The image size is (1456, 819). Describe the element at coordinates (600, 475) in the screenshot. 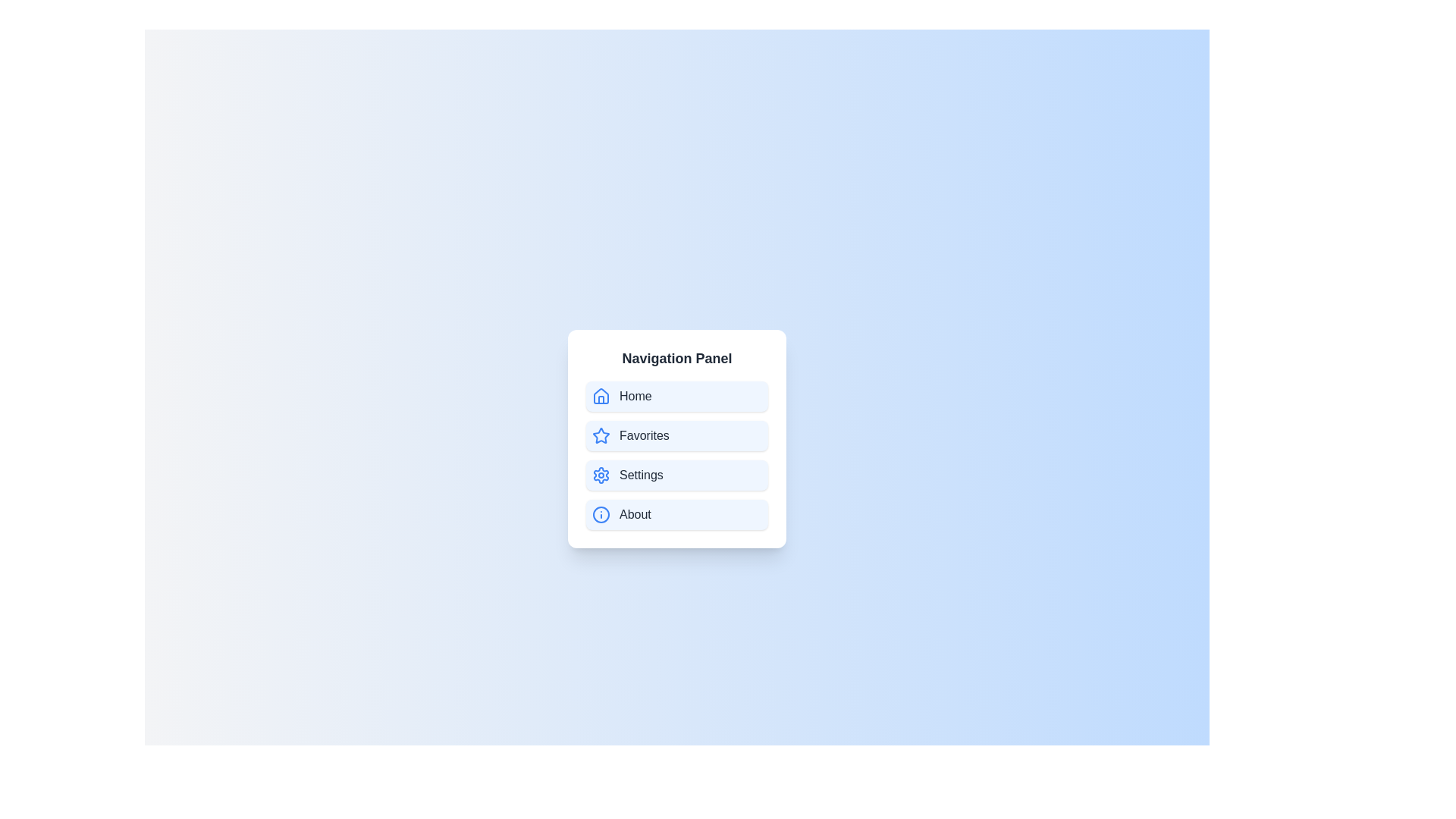

I see `the 'Settings' icon located to the left of the text label 'Settings'` at that location.